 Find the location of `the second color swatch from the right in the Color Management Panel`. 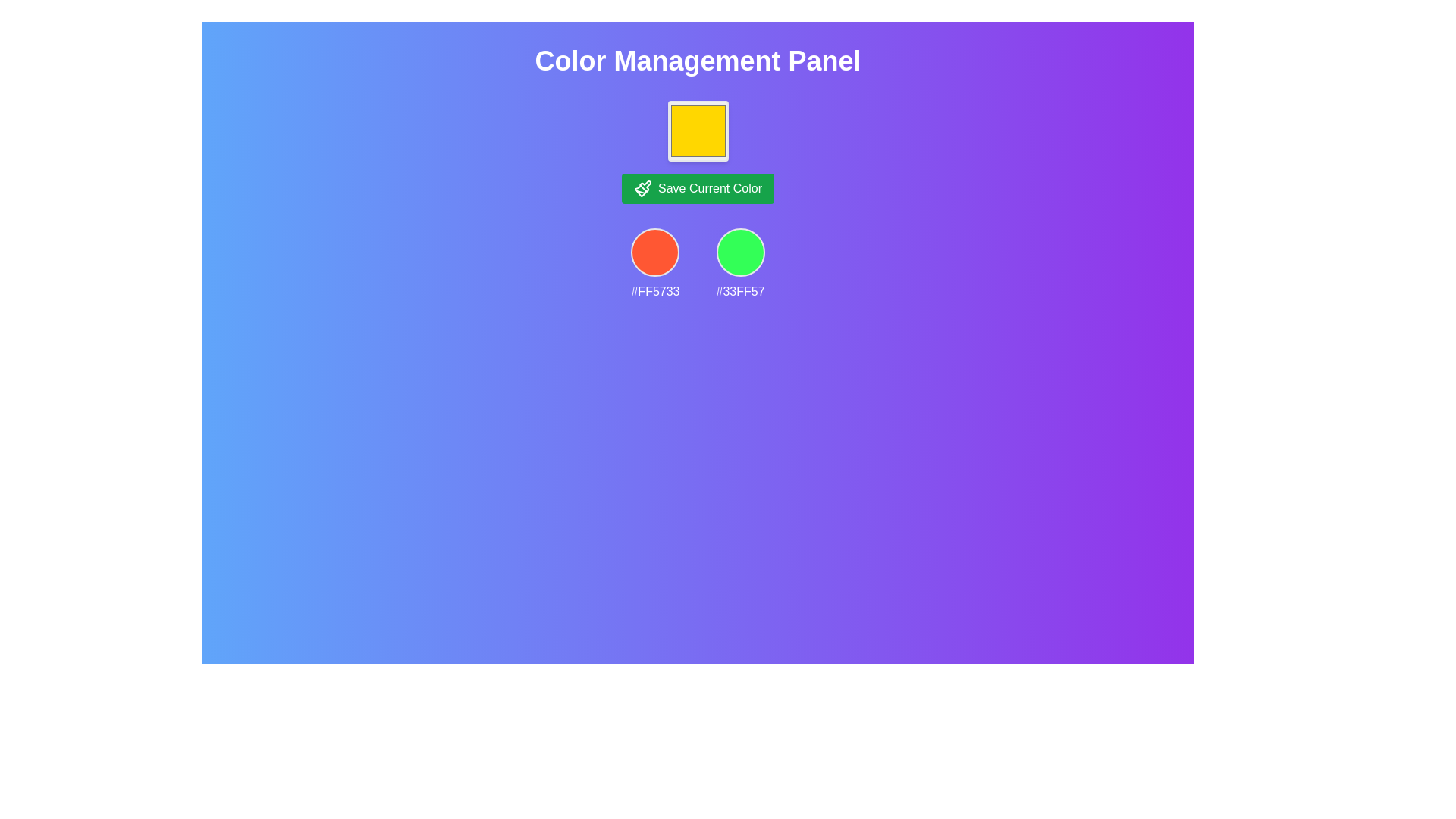

the second color swatch from the right in the Color Management Panel is located at coordinates (740, 263).